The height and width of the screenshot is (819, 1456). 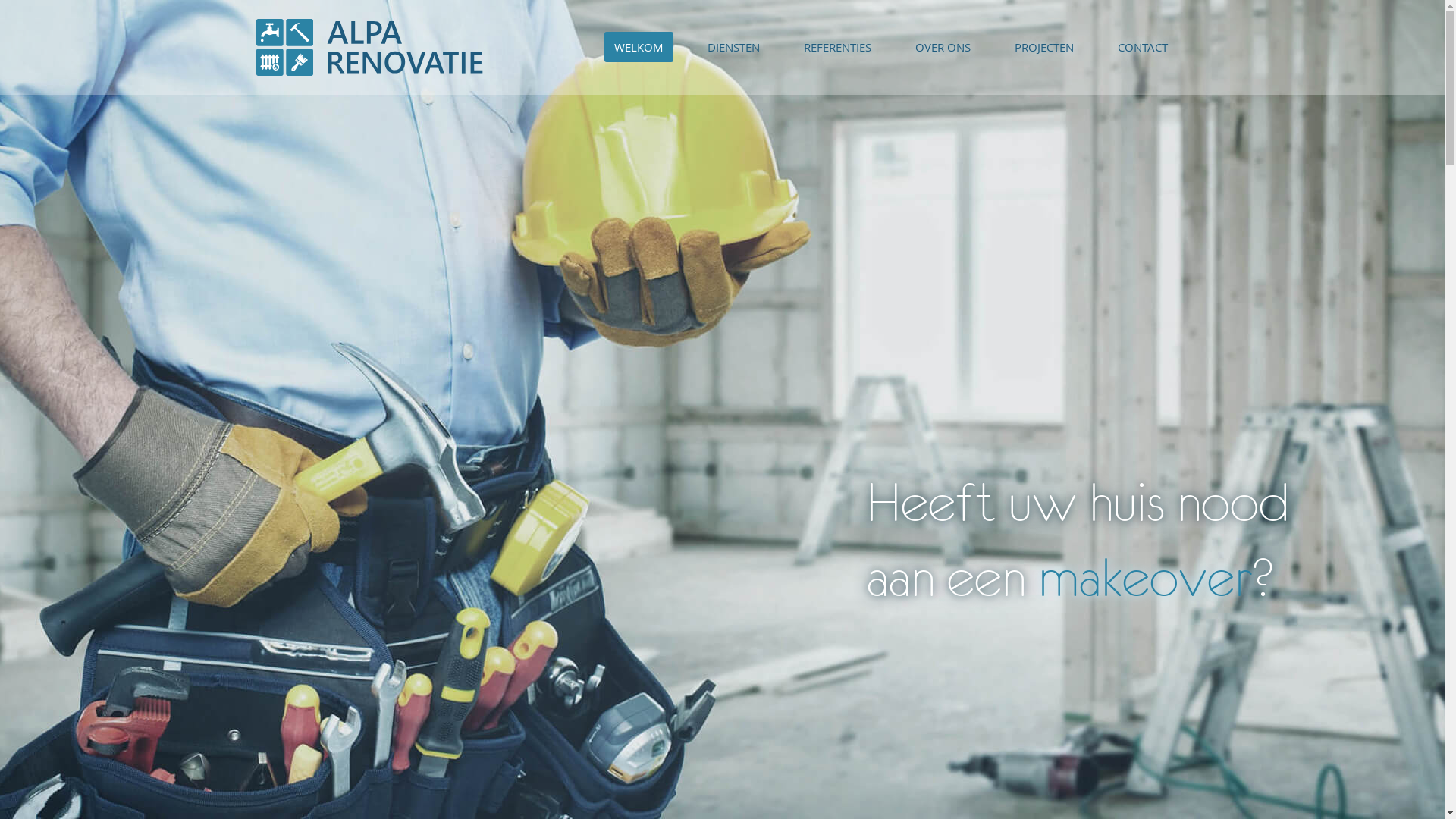 I want to click on 'WELKOM', so click(x=603, y=45).